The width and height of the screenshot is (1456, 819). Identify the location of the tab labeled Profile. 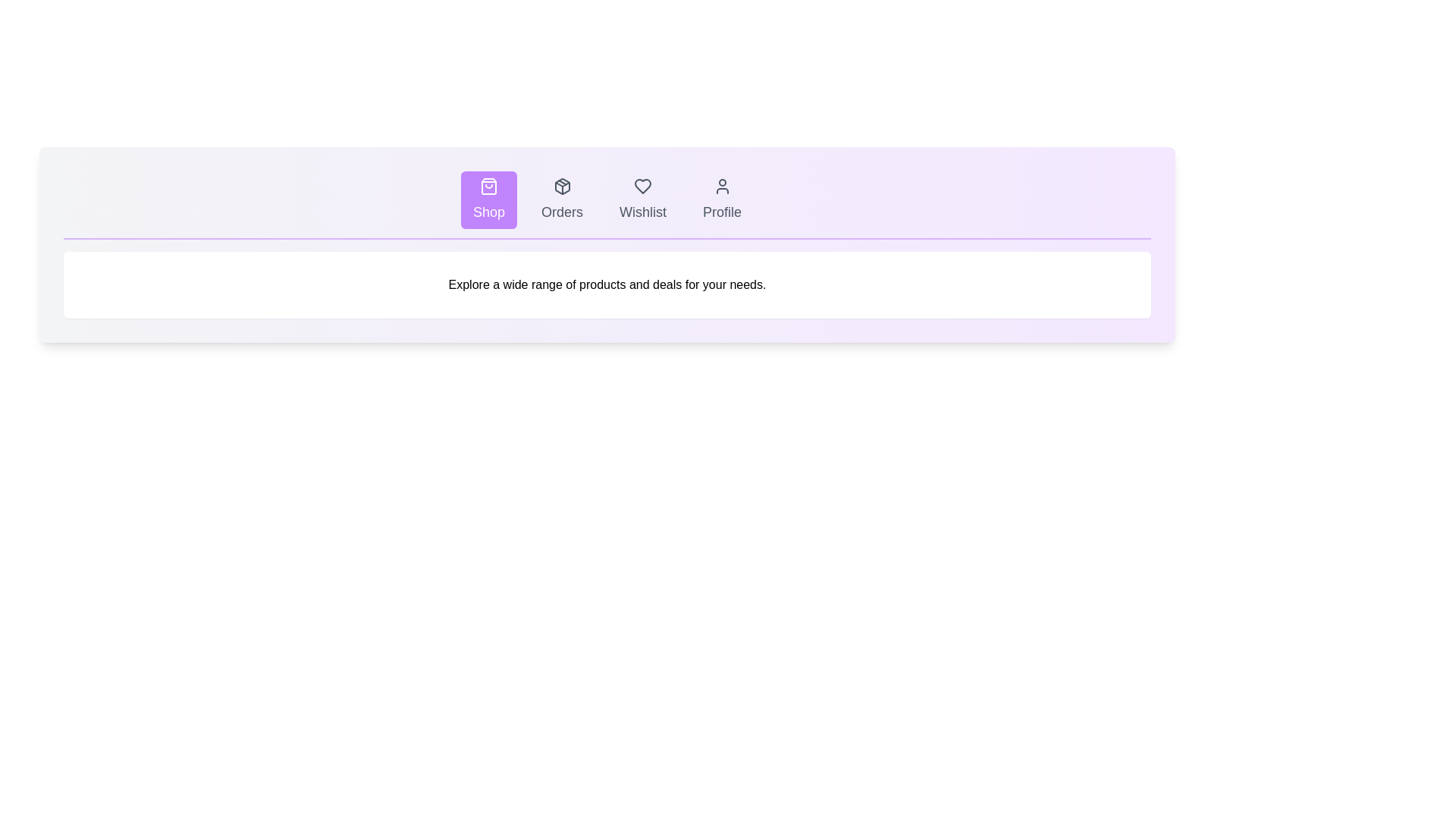
(721, 199).